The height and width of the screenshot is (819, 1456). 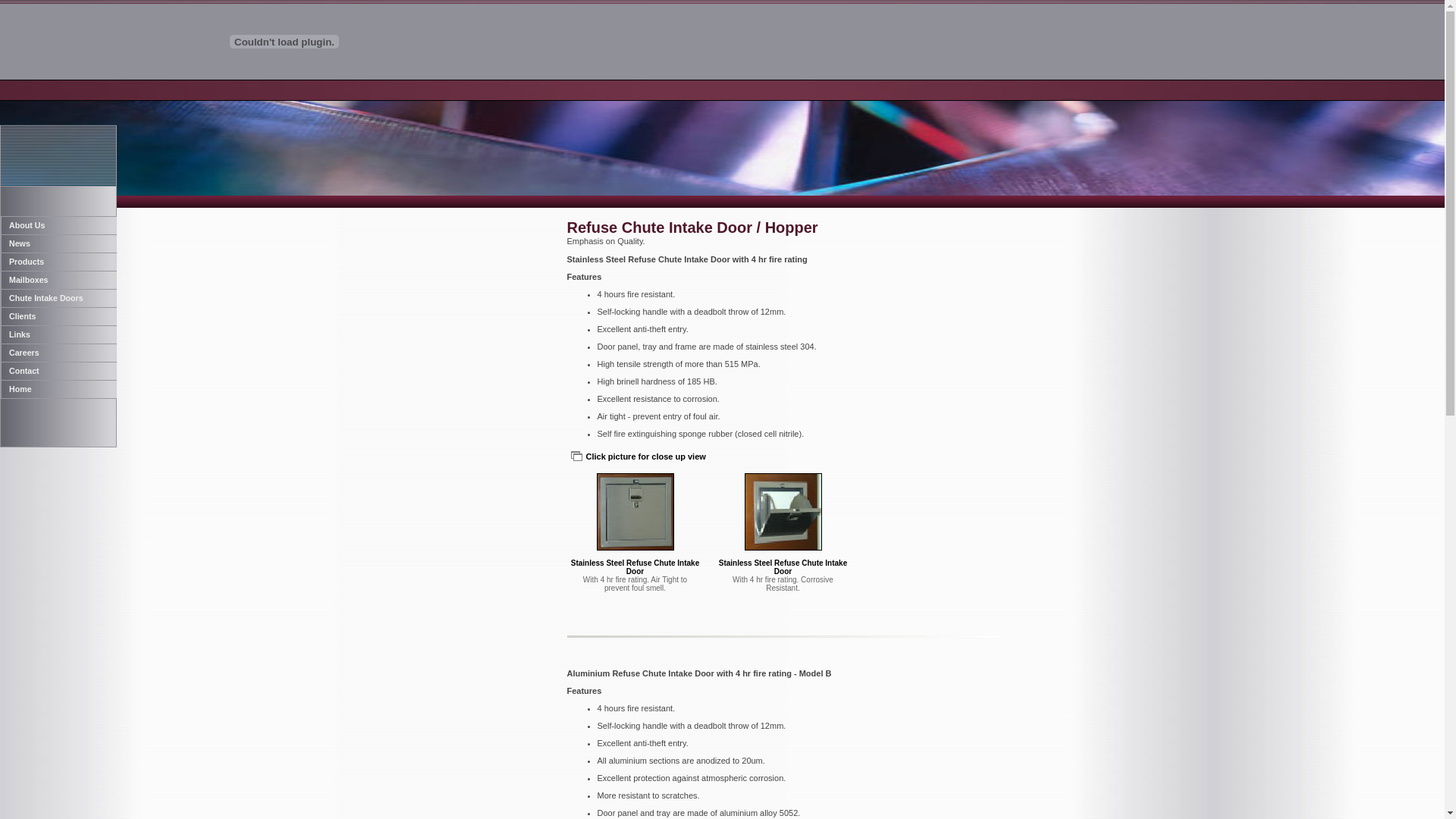 What do you see at coordinates (58, 315) in the screenshot?
I see `'Clients'` at bounding box center [58, 315].